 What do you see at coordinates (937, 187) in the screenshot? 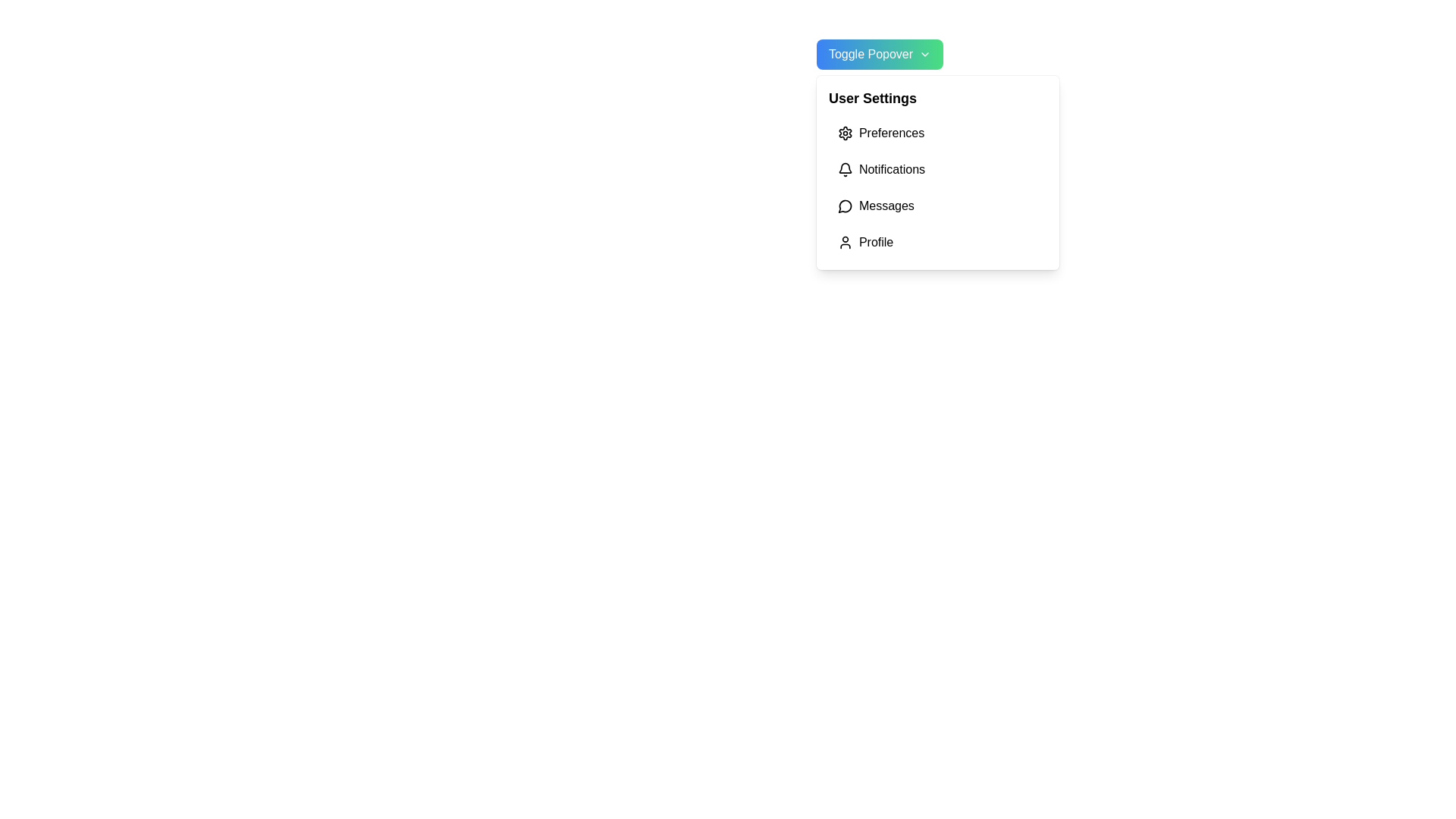
I see `the second item in the User Settings menu list` at bounding box center [937, 187].